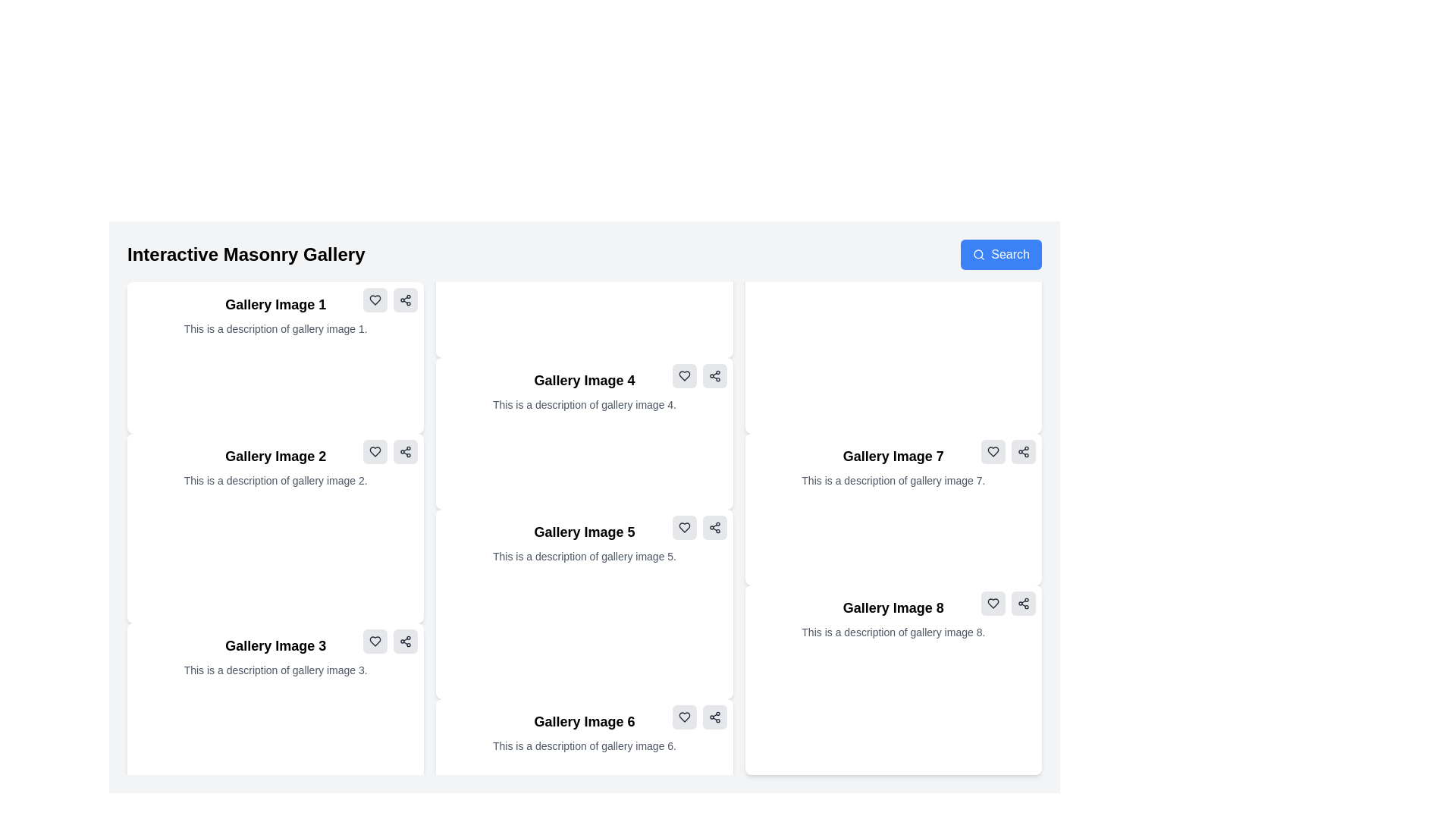  What do you see at coordinates (406, 641) in the screenshot?
I see `the share button with a light gray background and rounded corners located in the bottom-right corner of the 'Gallery Image 3' card to initiate sharing options` at bounding box center [406, 641].